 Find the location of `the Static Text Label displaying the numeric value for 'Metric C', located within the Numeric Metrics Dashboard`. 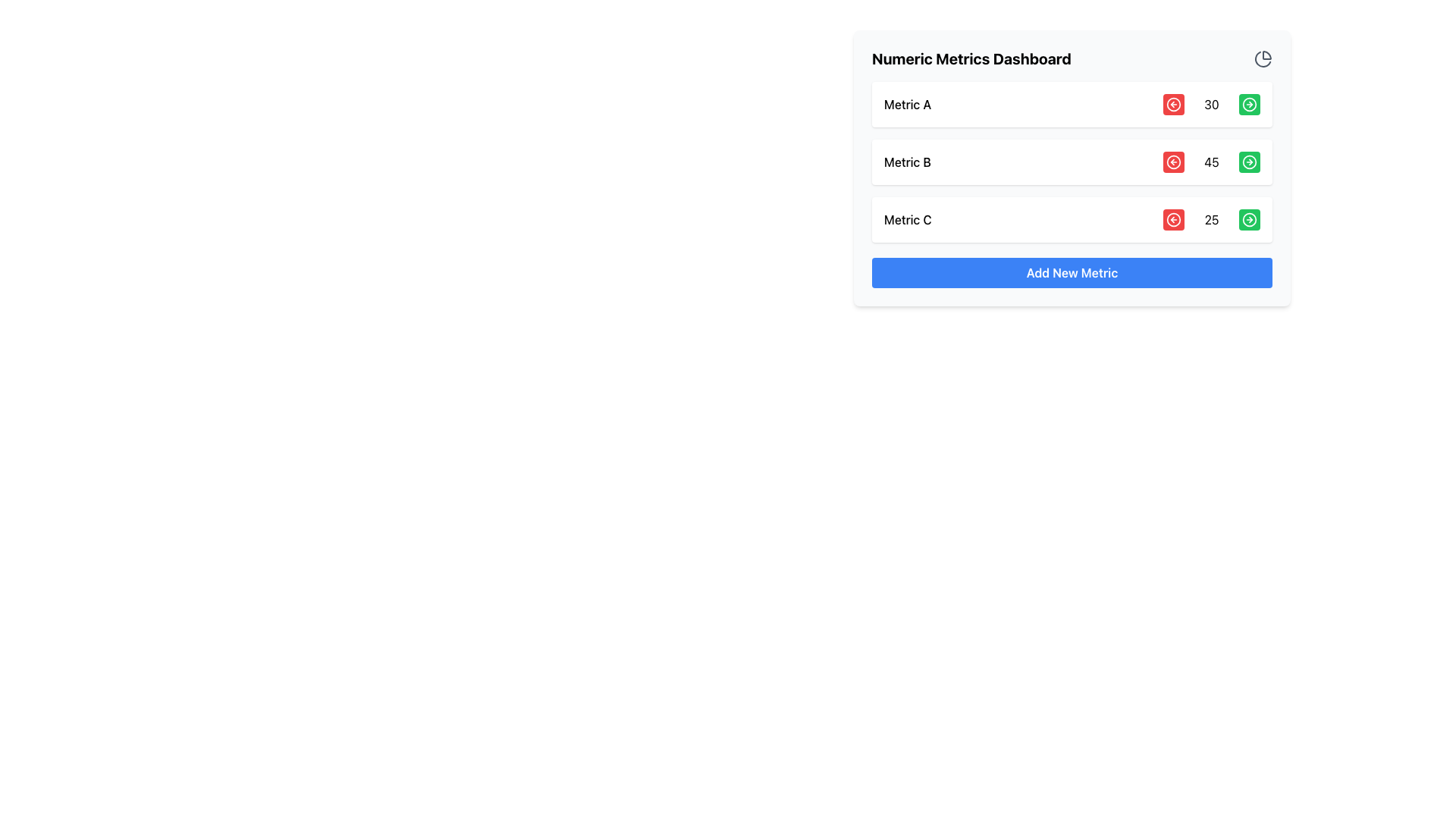

the Static Text Label displaying the numeric value for 'Metric C', located within the Numeric Metrics Dashboard is located at coordinates (1211, 219).